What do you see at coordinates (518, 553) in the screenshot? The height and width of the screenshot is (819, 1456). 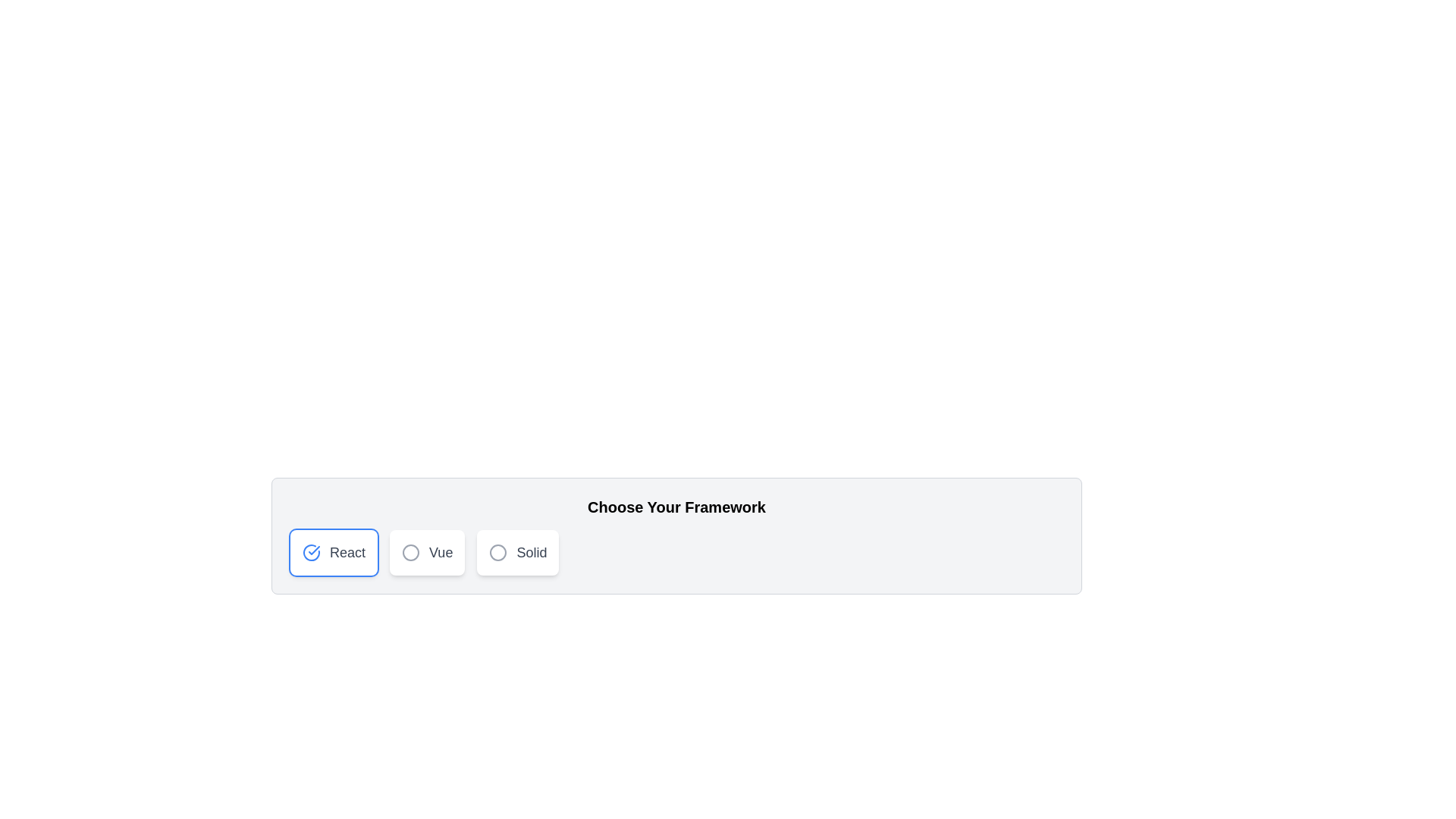 I see `the third button labeled 'Solid' in the selection group of framework options` at bounding box center [518, 553].